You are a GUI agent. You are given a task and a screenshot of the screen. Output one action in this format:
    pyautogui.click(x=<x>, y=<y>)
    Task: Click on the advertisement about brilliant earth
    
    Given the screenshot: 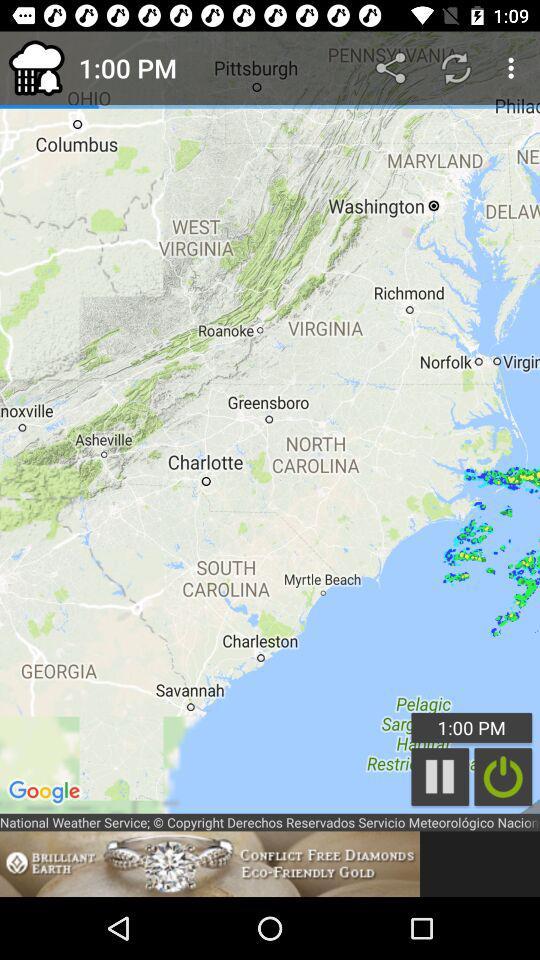 What is the action you would take?
    pyautogui.click(x=209, y=863)
    